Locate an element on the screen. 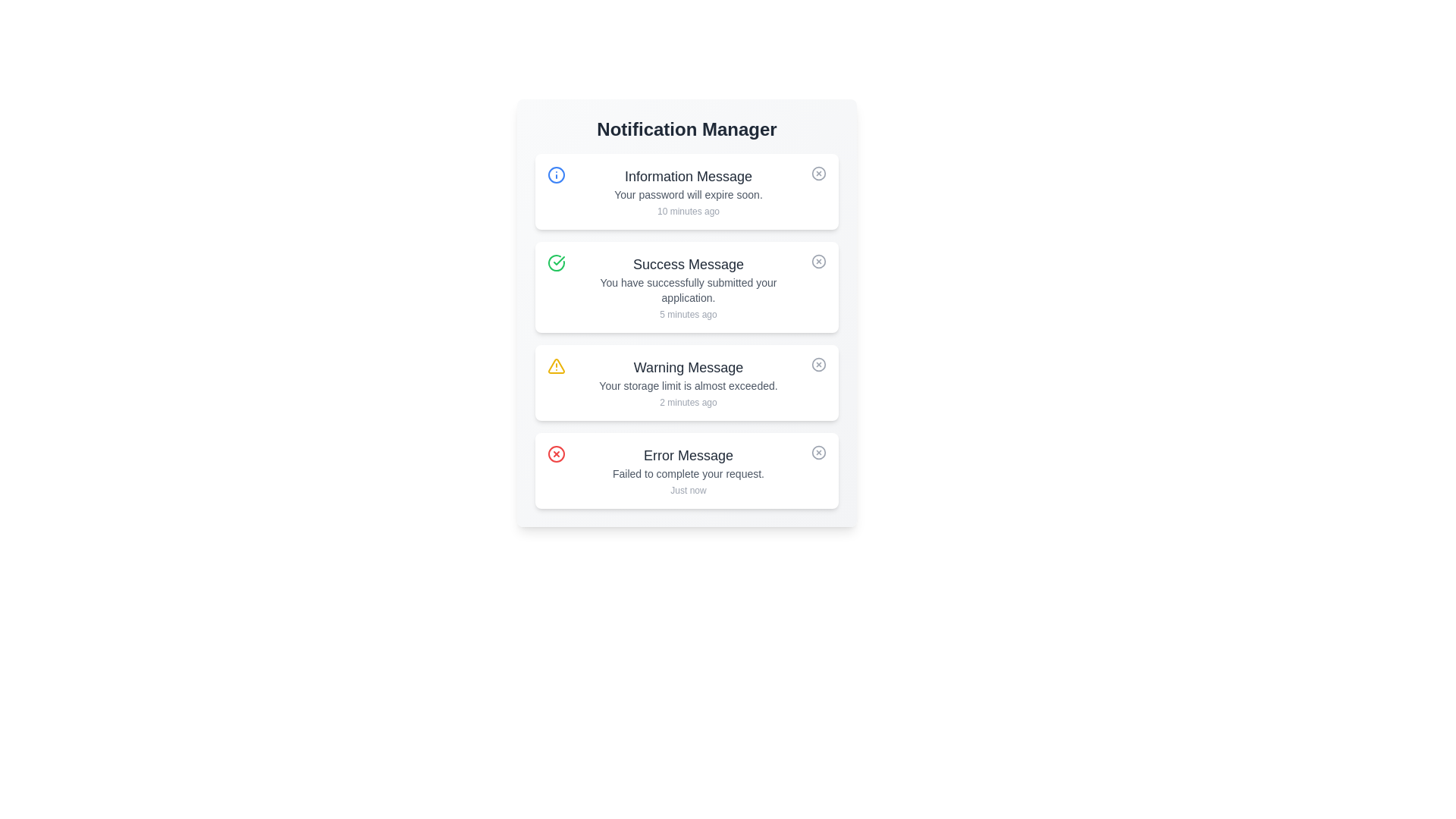  the circular blue outlined icon with an information symbol located to the left of the 'Information Message' text in the first notification card is located at coordinates (556, 174).